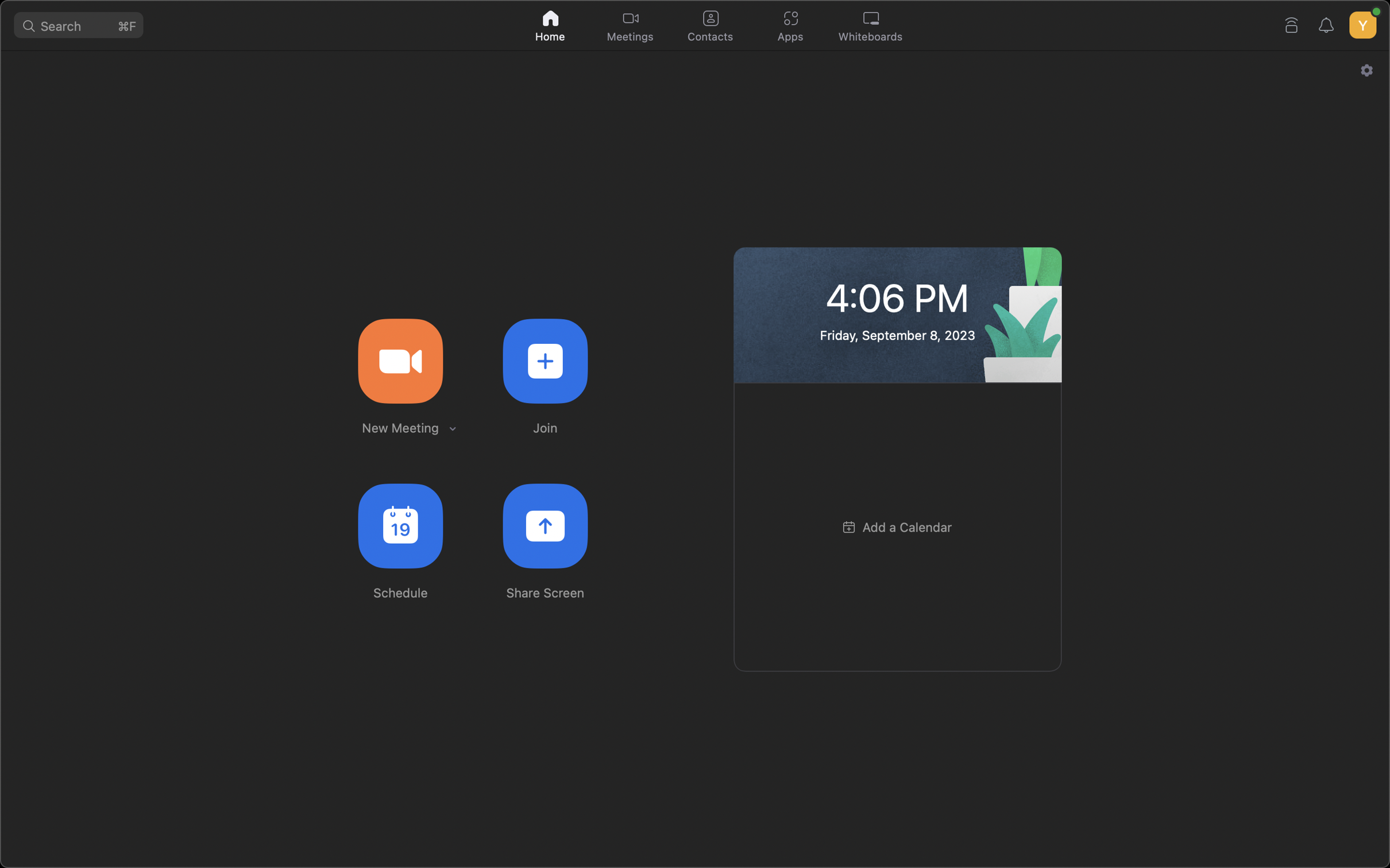 The height and width of the screenshot is (868, 1390). I want to click on the bell icon for notifications, so click(1328, 24).